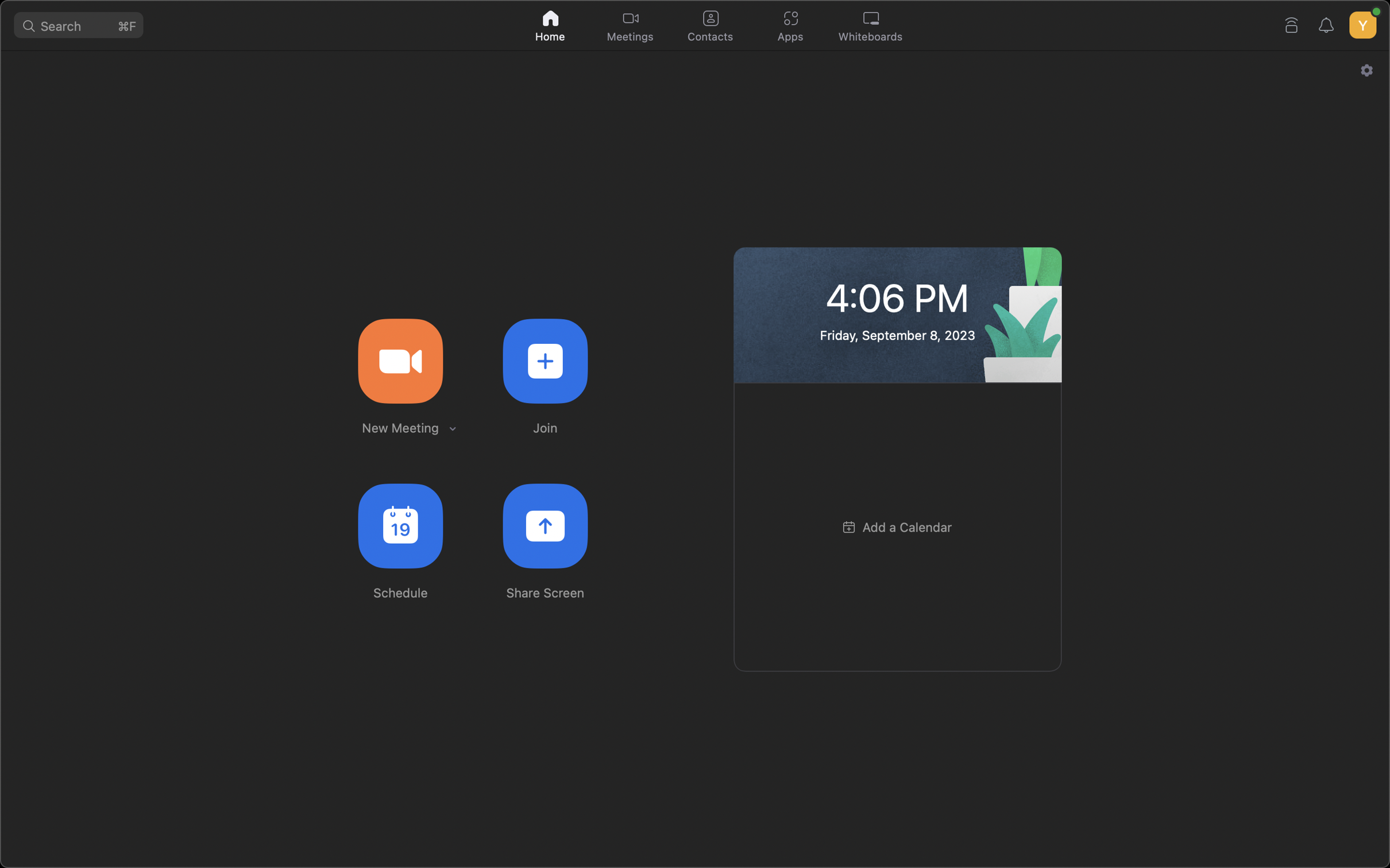 The height and width of the screenshot is (868, 1390). I want to click on the bell icon for notifications, so click(1328, 24).